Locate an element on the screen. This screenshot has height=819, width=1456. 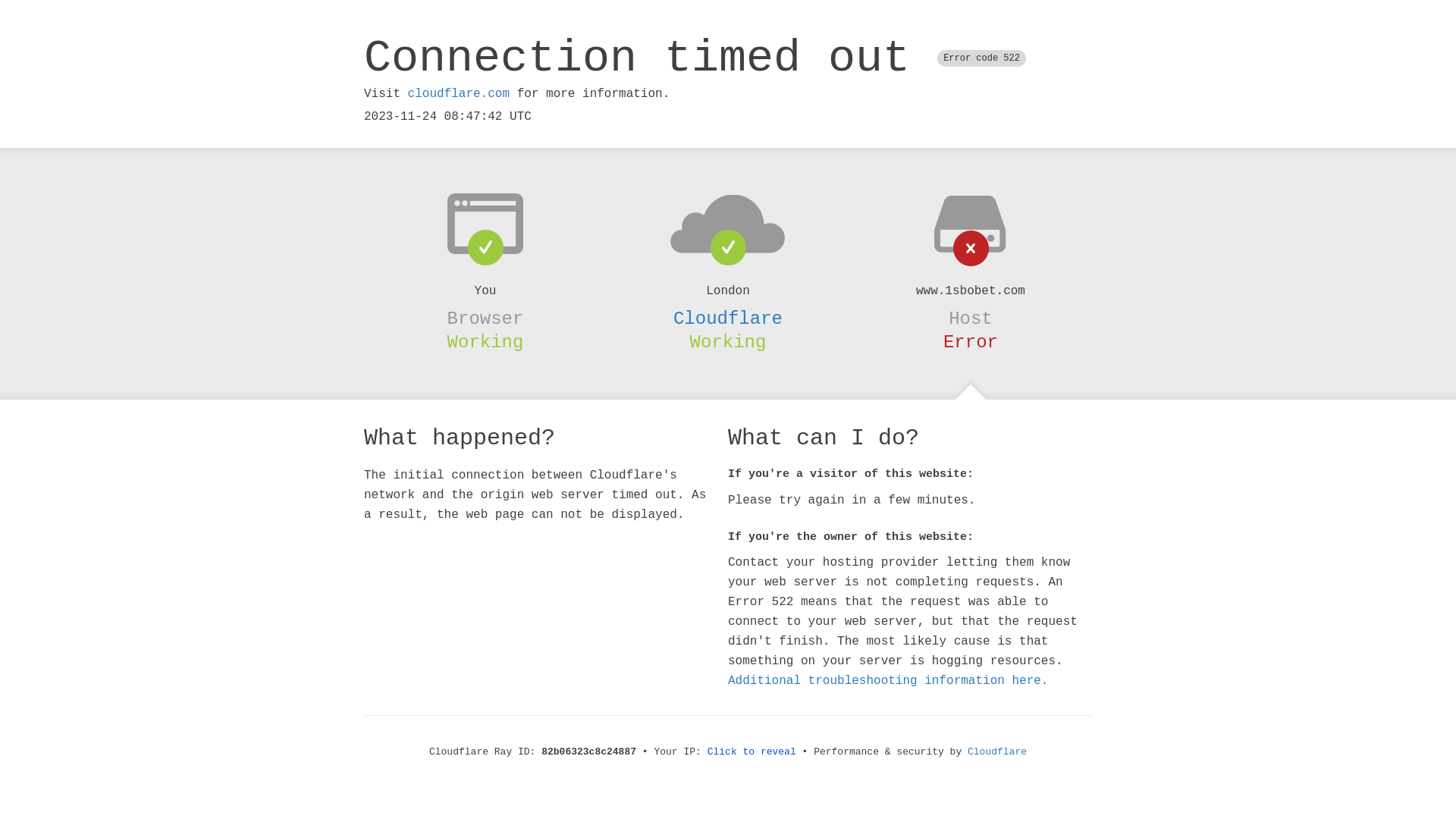
'Additional troubleshooting information here.' is located at coordinates (888, 680).